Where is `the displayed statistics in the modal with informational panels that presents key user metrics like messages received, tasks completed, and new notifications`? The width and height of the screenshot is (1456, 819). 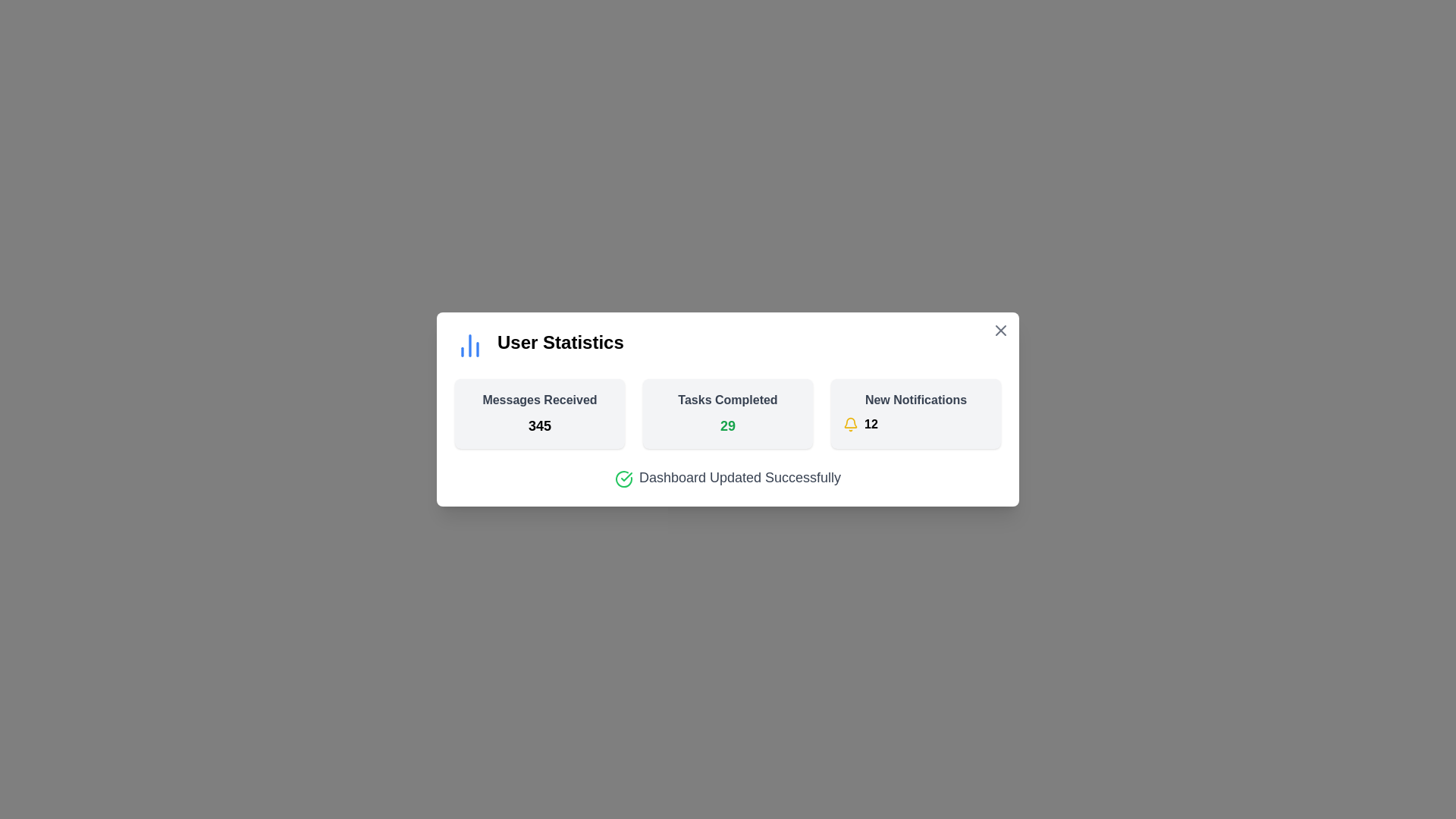
the displayed statistics in the modal with informational panels that presents key user metrics like messages received, tasks completed, and new notifications is located at coordinates (728, 409).